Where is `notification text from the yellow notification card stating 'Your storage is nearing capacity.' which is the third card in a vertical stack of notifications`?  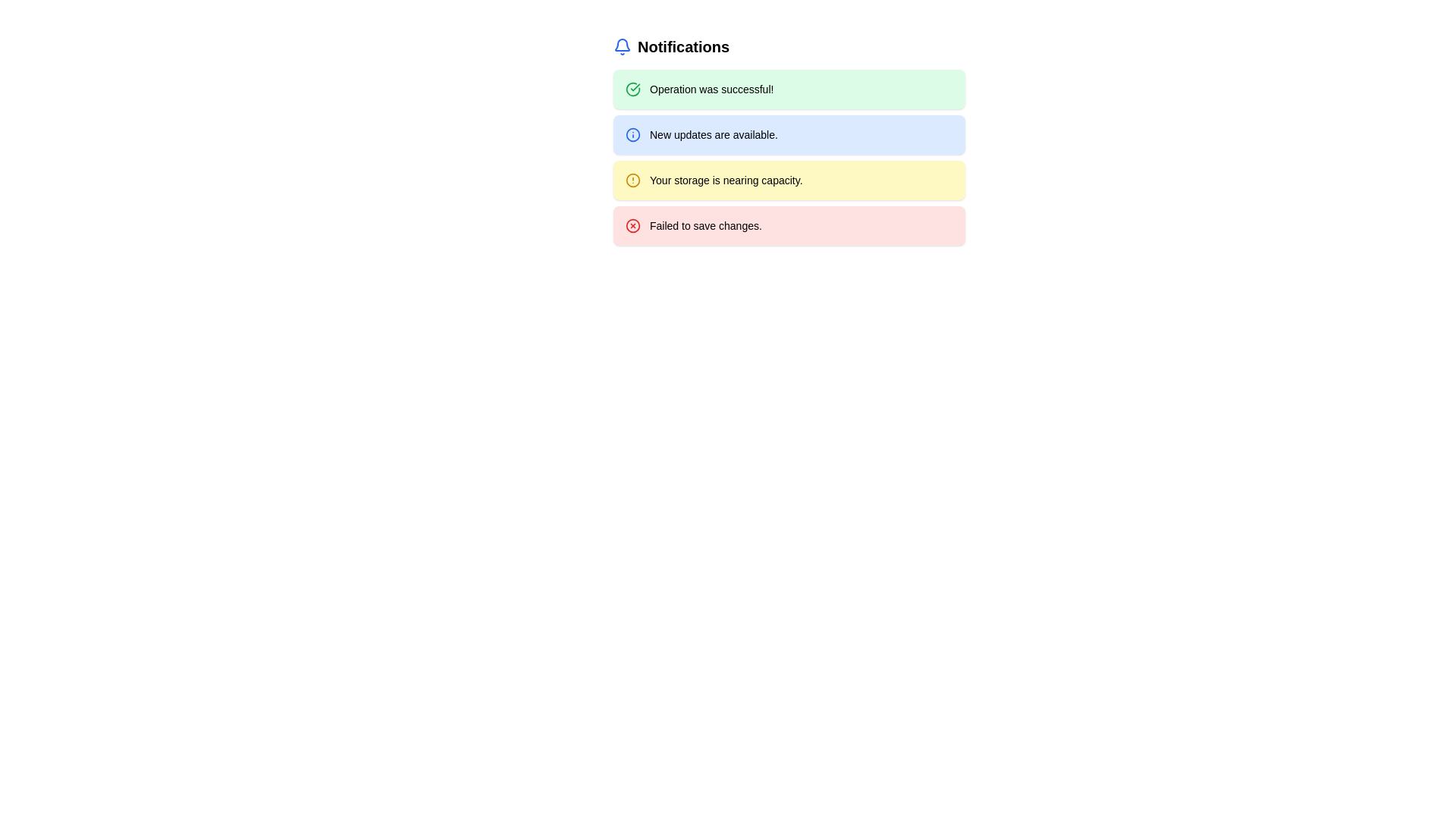
notification text from the yellow notification card stating 'Your storage is nearing capacity.' which is the third card in a vertical stack of notifications is located at coordinates (789, 180).